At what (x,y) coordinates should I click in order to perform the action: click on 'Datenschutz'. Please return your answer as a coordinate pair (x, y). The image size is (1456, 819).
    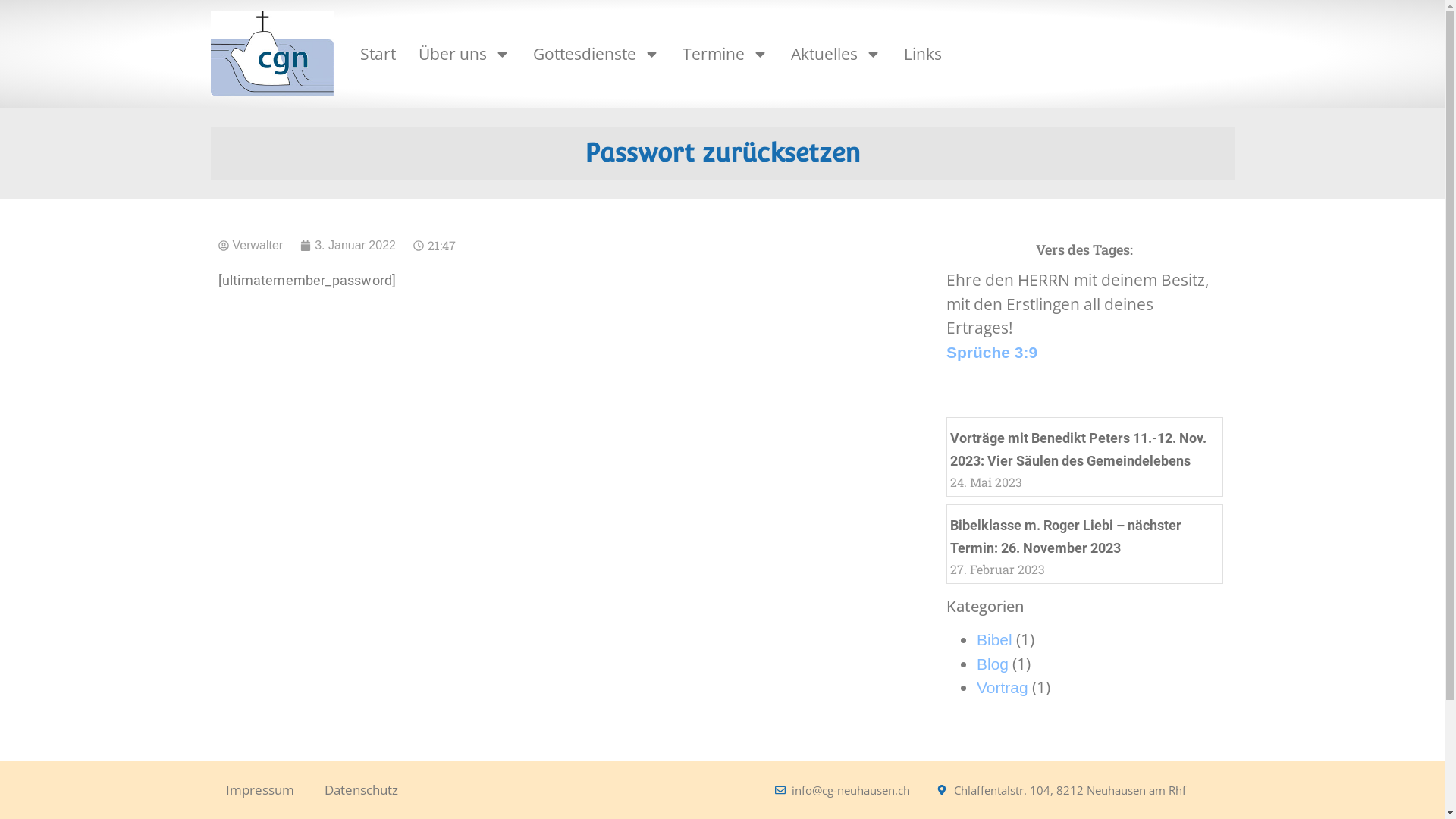
    Looking at the image, I should click on (360, 789).